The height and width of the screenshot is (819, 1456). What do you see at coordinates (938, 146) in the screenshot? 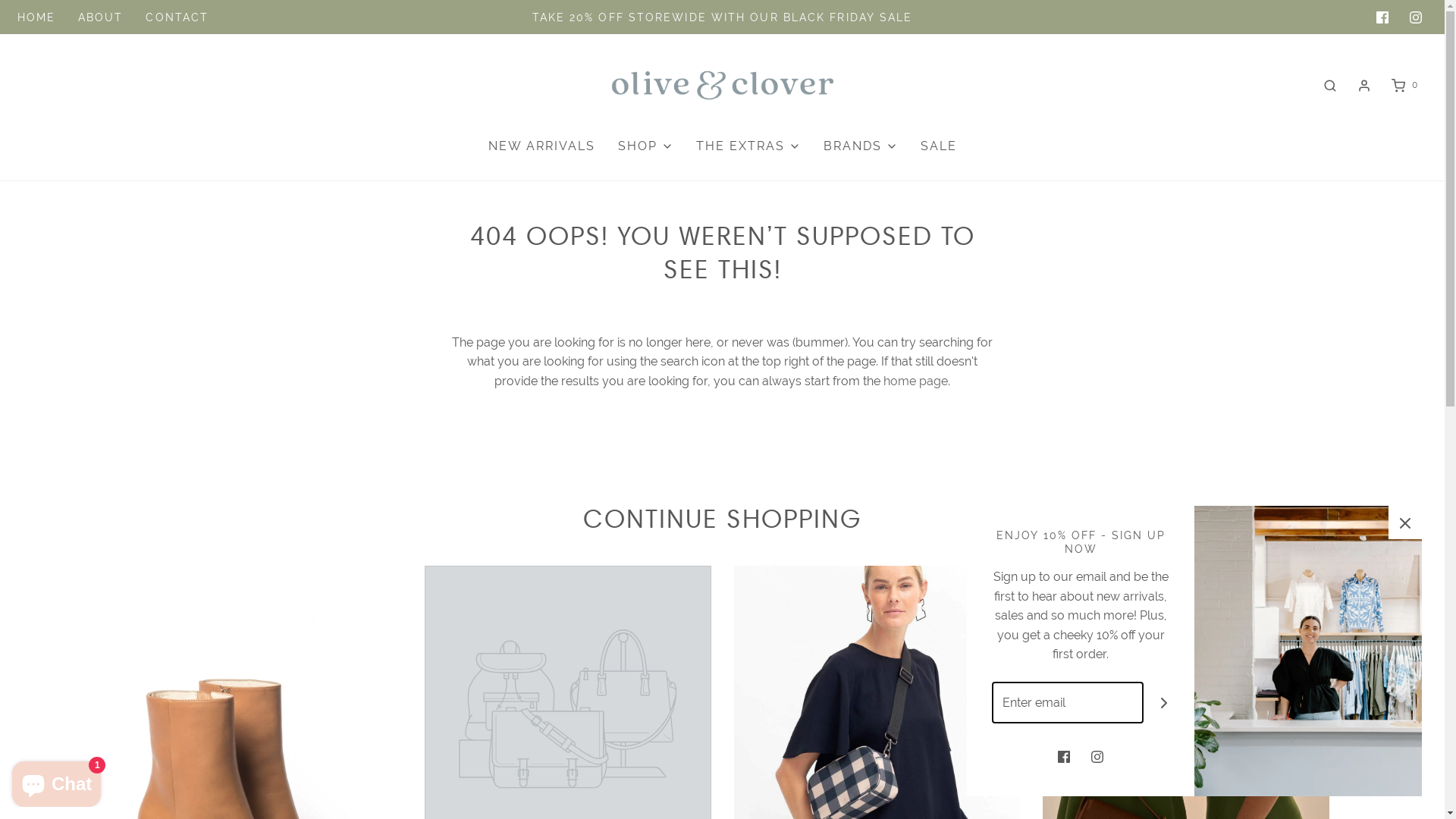
I see `'SALE'` at bounding box center [938, 146].